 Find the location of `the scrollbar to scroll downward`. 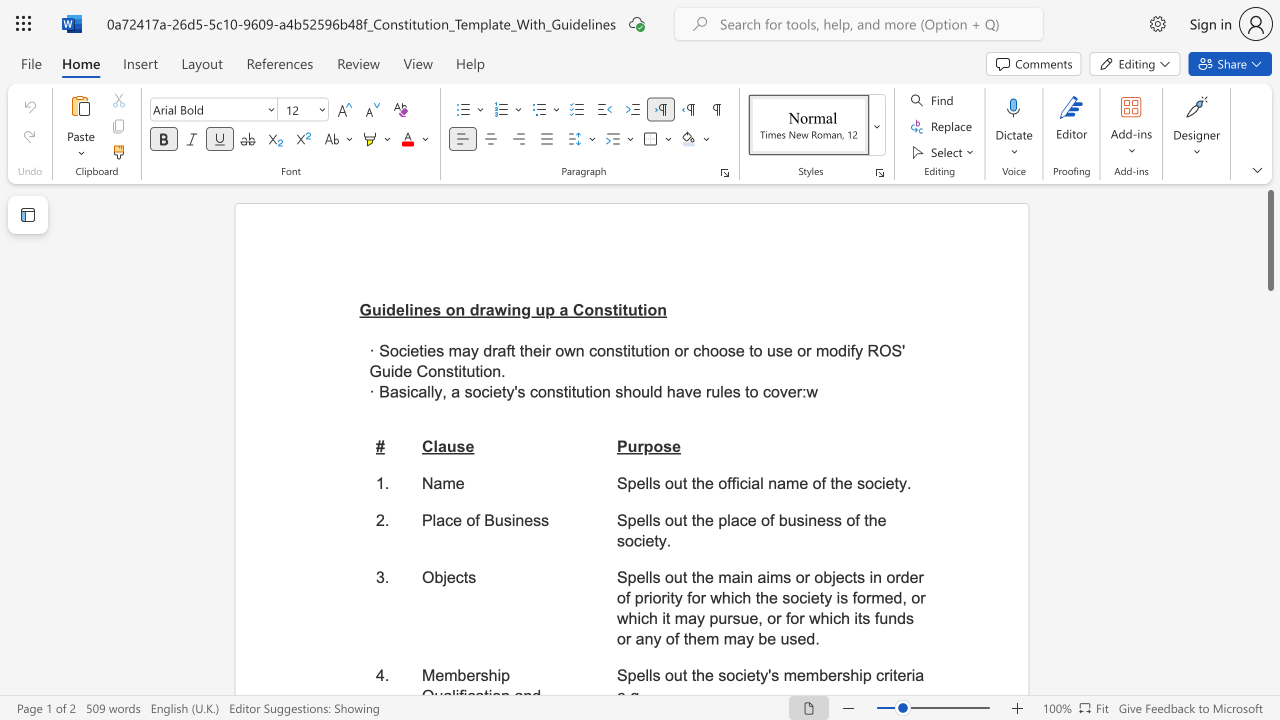

the scrollbar to scroll downward is located at coordinates (1269, 390).